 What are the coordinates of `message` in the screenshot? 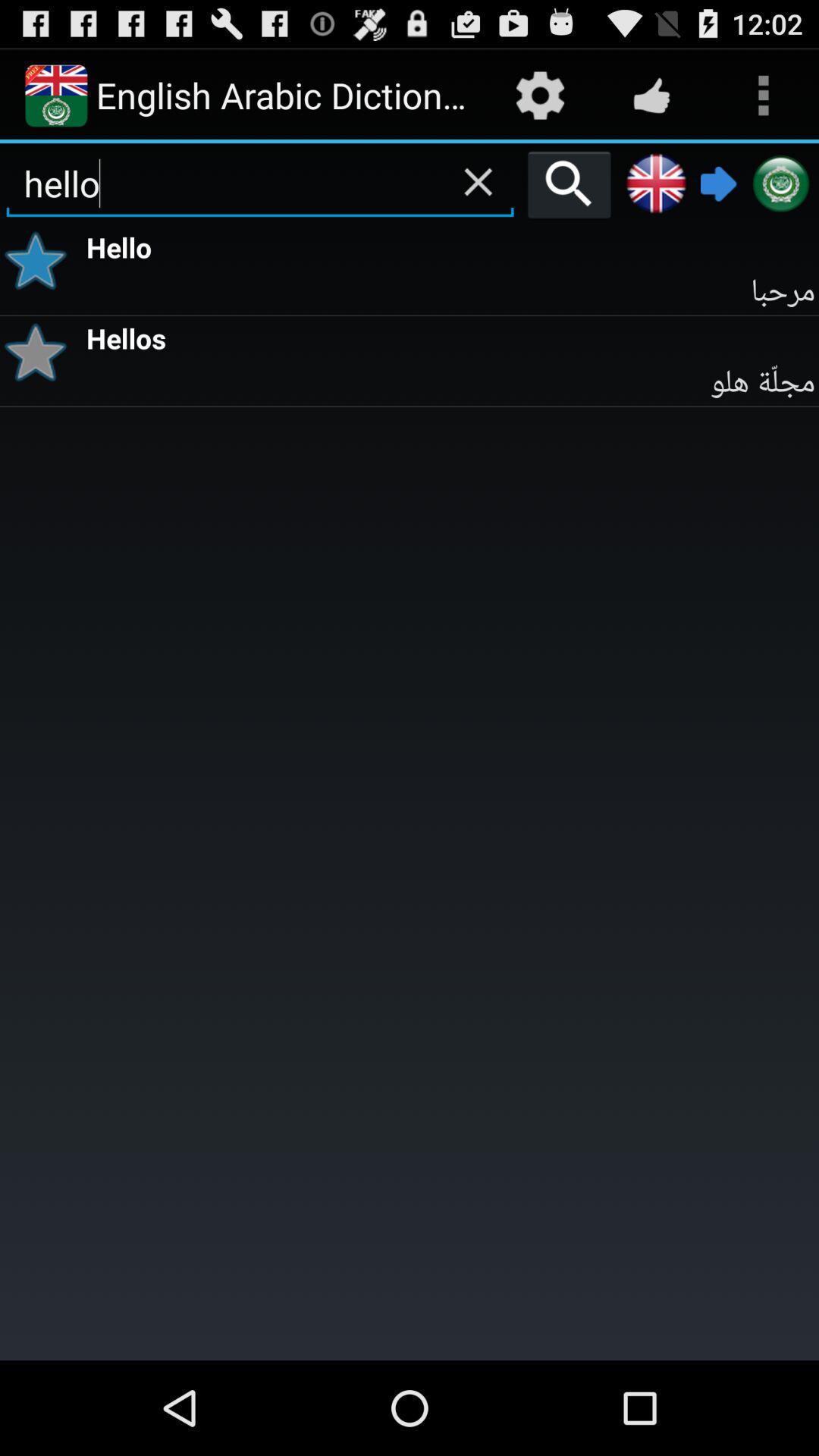 It's located at (40, 261).